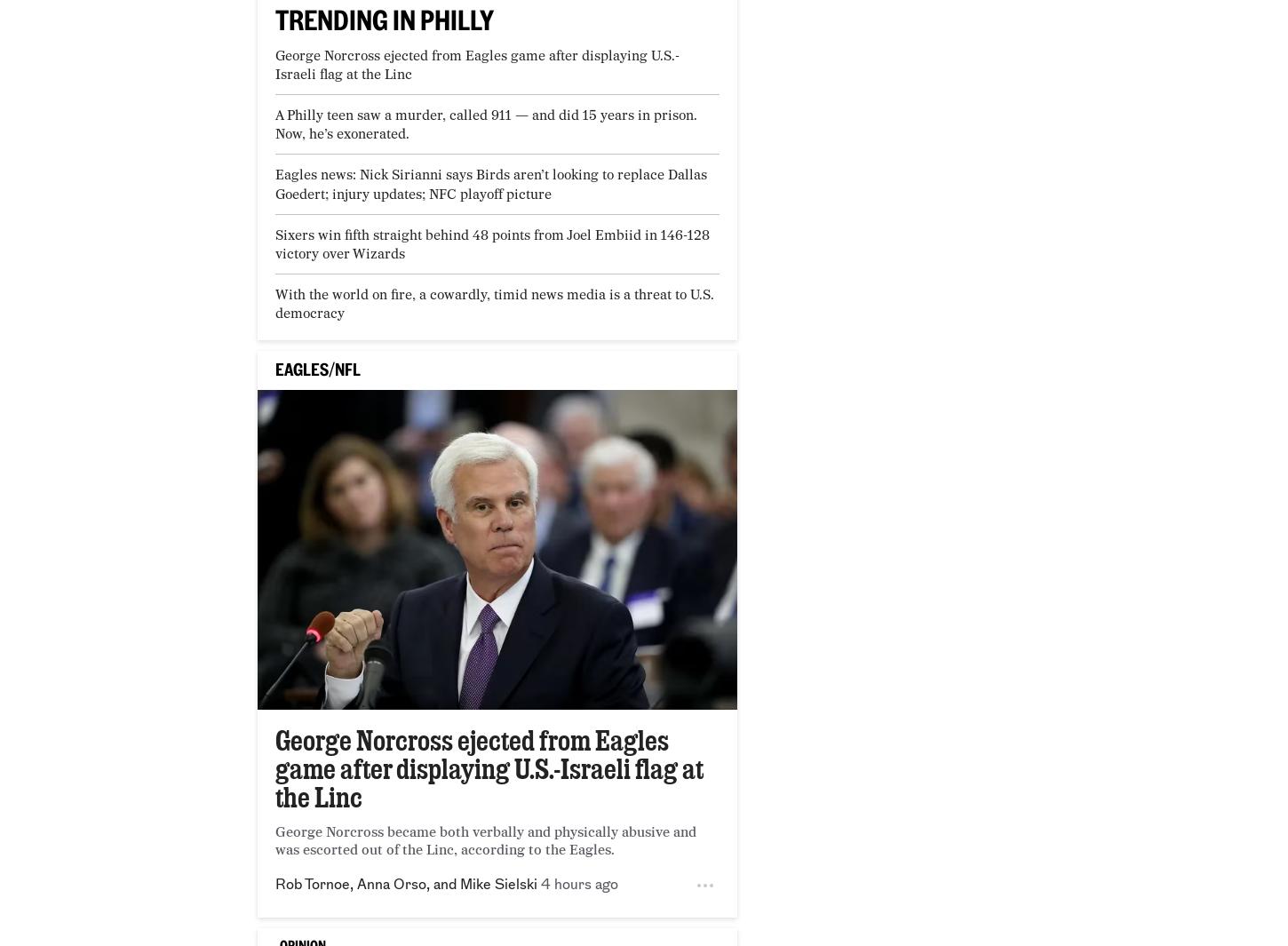  What do you see at coordinates (484, 363) in the screenshot?
I see `'The husband and daughter of a Chester County woman have been charged with abuse and neglect in her death'` at bounding box center [484, 363].